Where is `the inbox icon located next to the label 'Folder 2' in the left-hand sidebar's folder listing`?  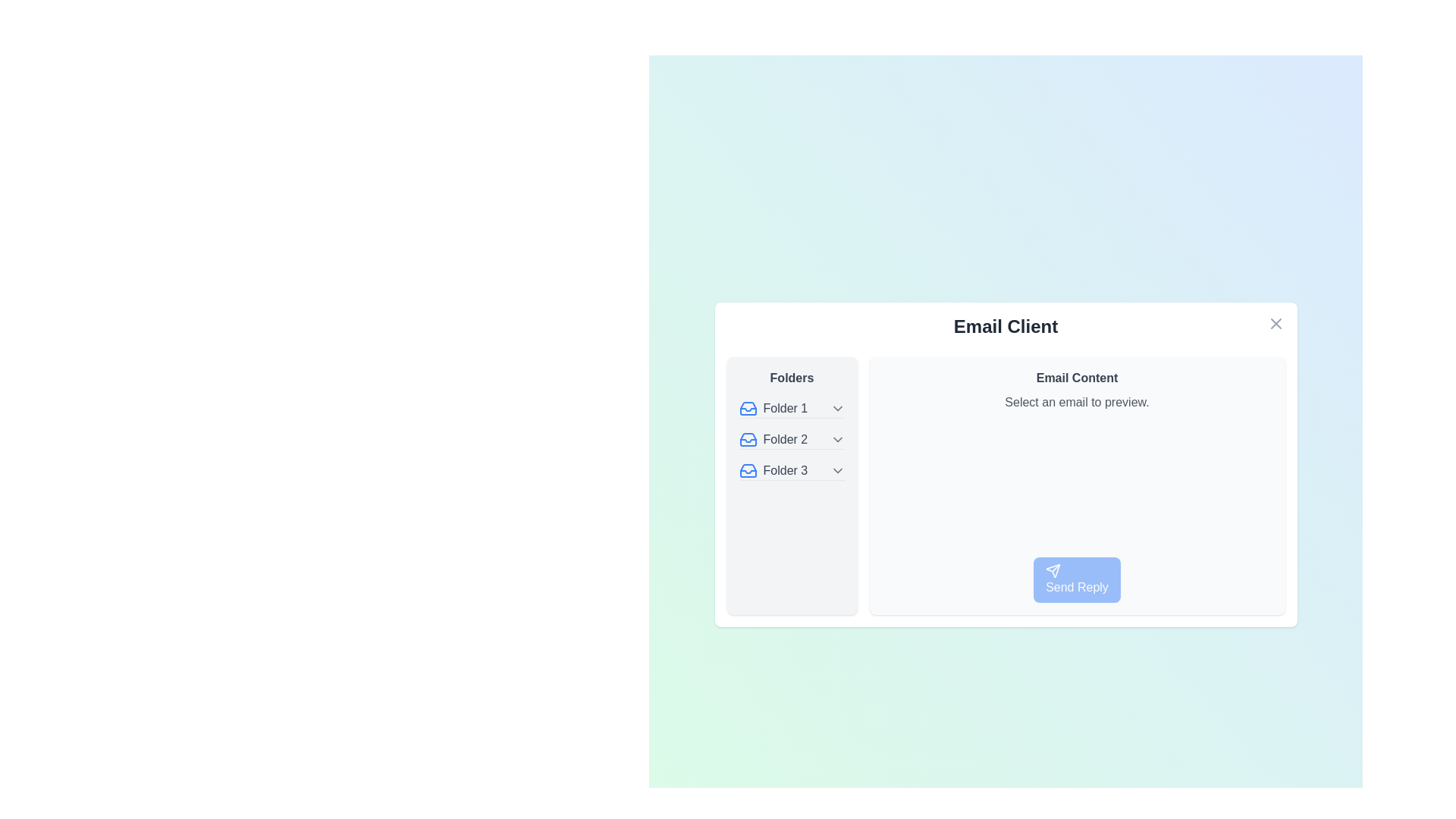
the inbox icon located next to the label 'Folder 2' in the left-hand sidebar's folder listing is located at coordinates (748, 439).